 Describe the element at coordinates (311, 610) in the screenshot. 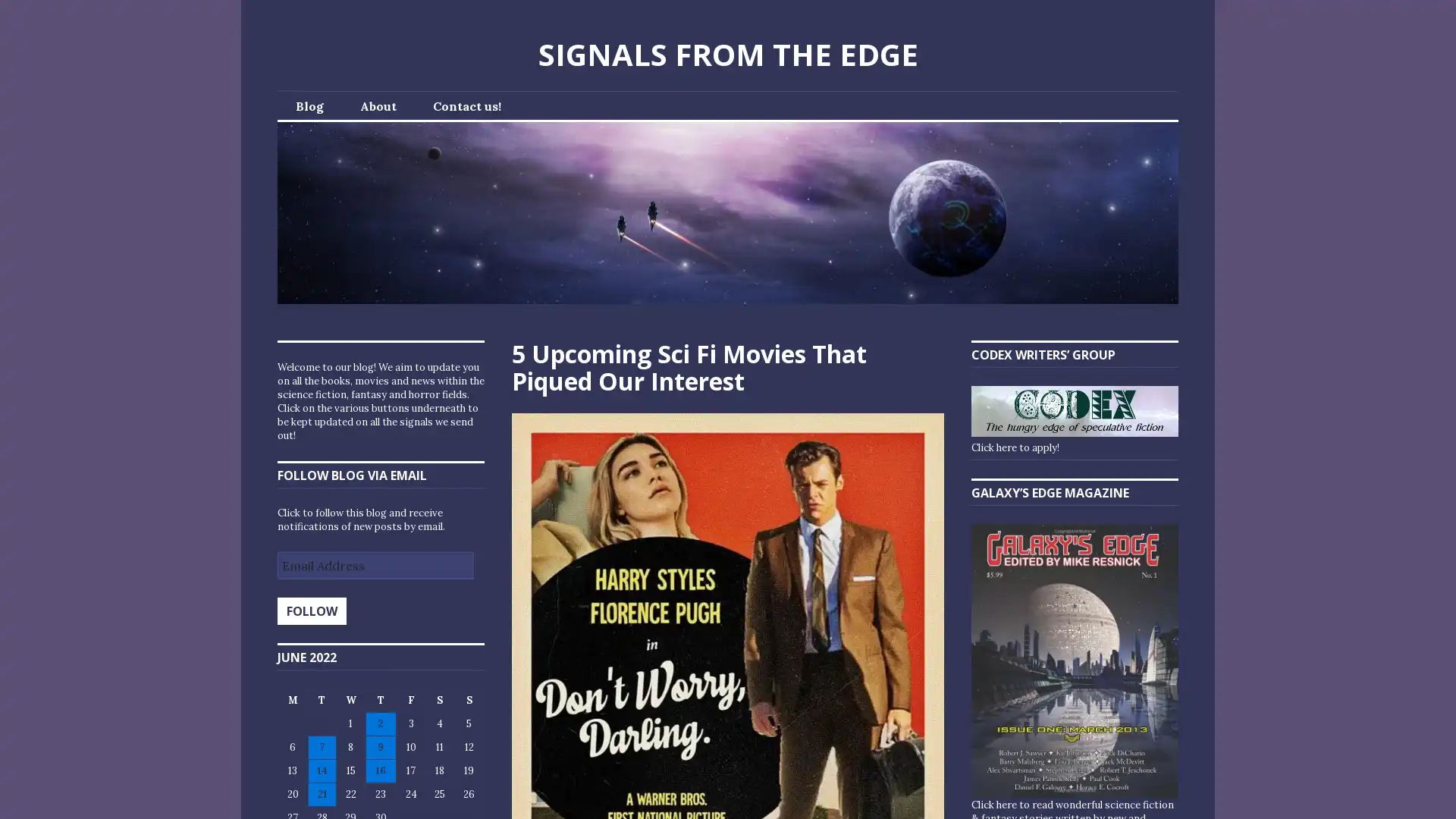

I see `FOLLOW` at that location.